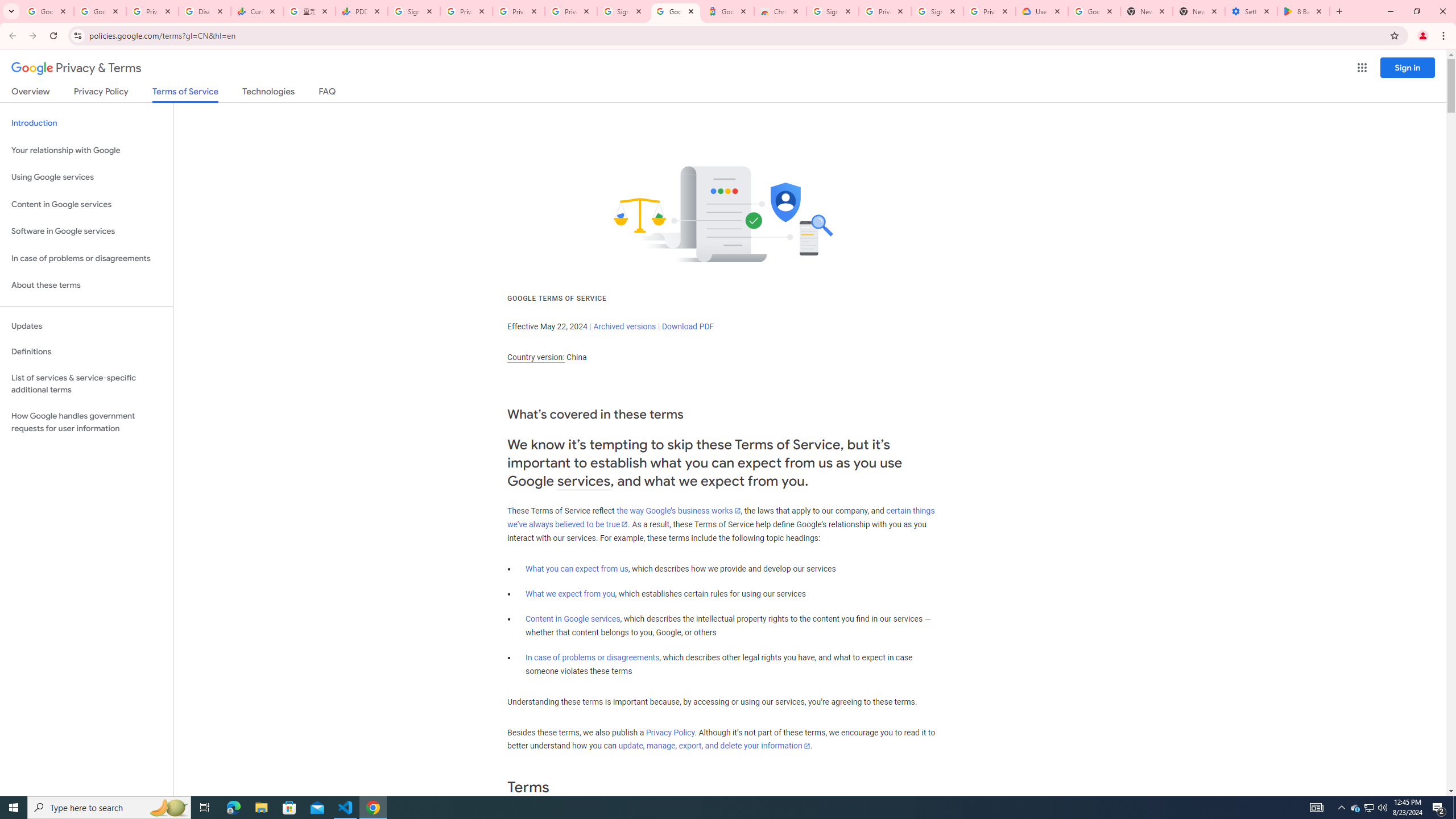 The width and height of the screenshot is (1456, 819). Describe the element at coordinates (570, 593) in the screenshot. I see `'What we expect from you'` at that location.